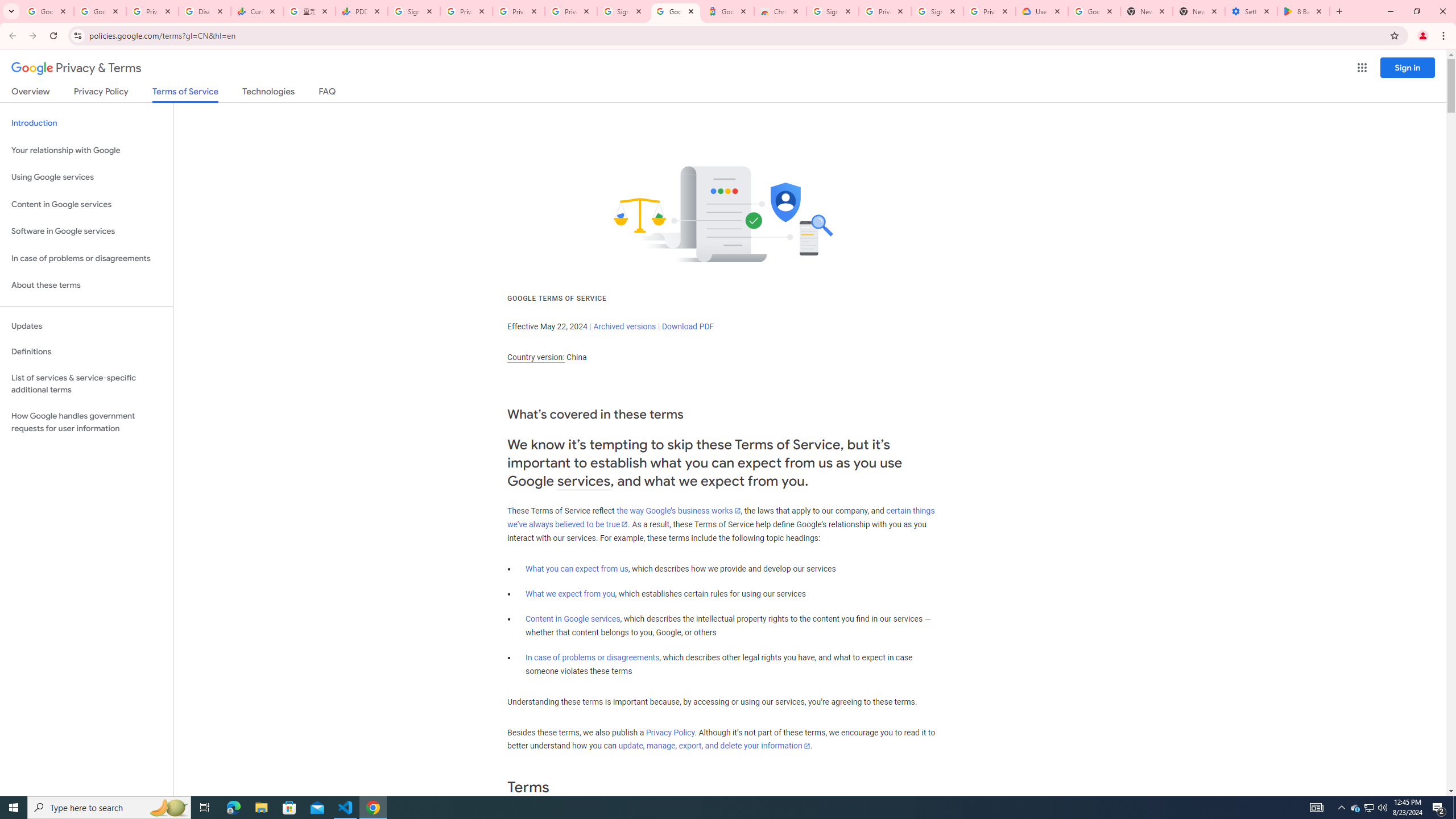 The width and height of the screenshot is (1456, 819). Describe the element at coordinates (570, 593) in the screenshot. I see `'What we expect from you'` at that location.